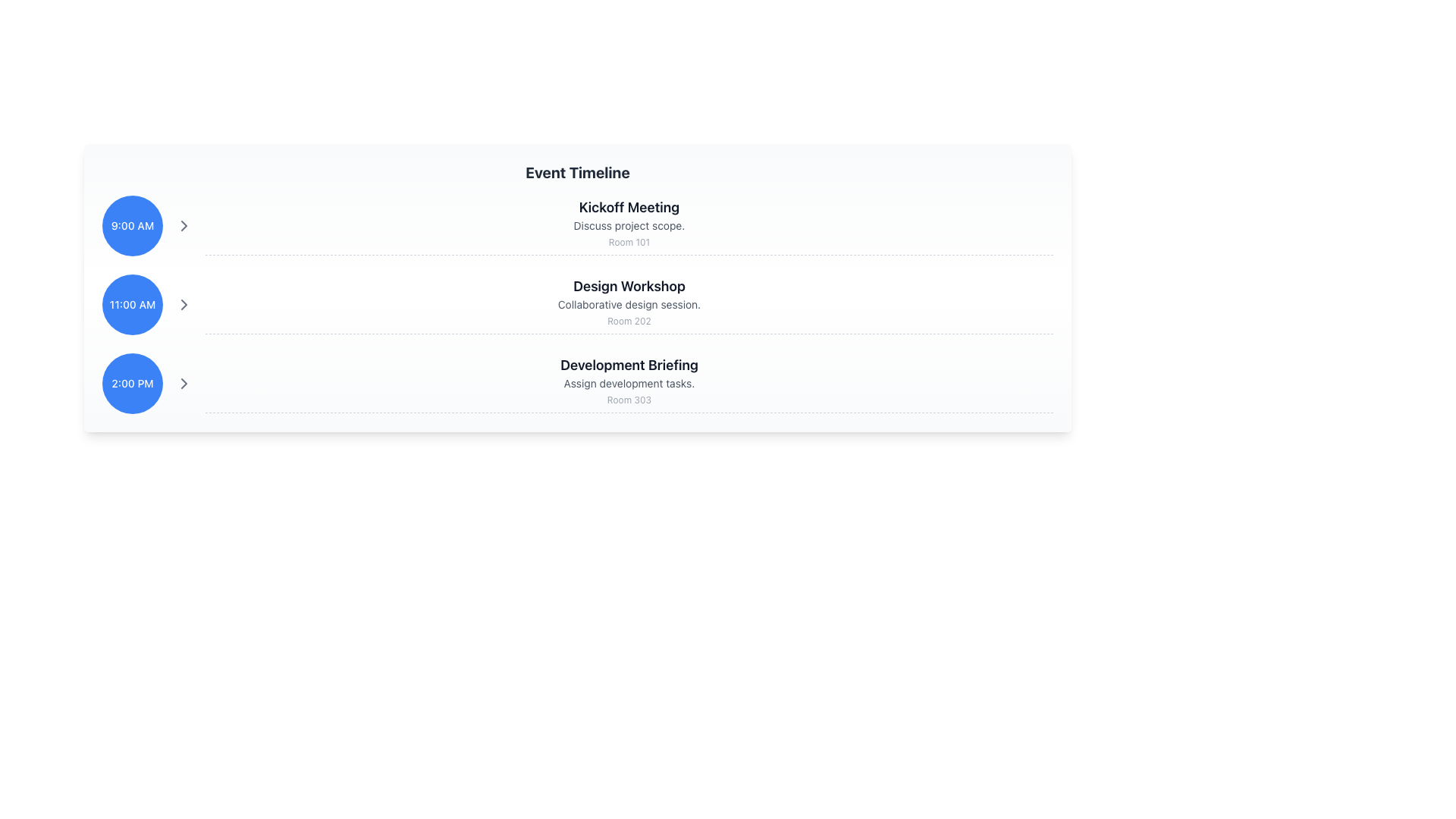  I want to click on the text component reading 'Assign development tasks.' which is styled in a small gray font and positioned below 'Development Briefing', so click(629, 382).